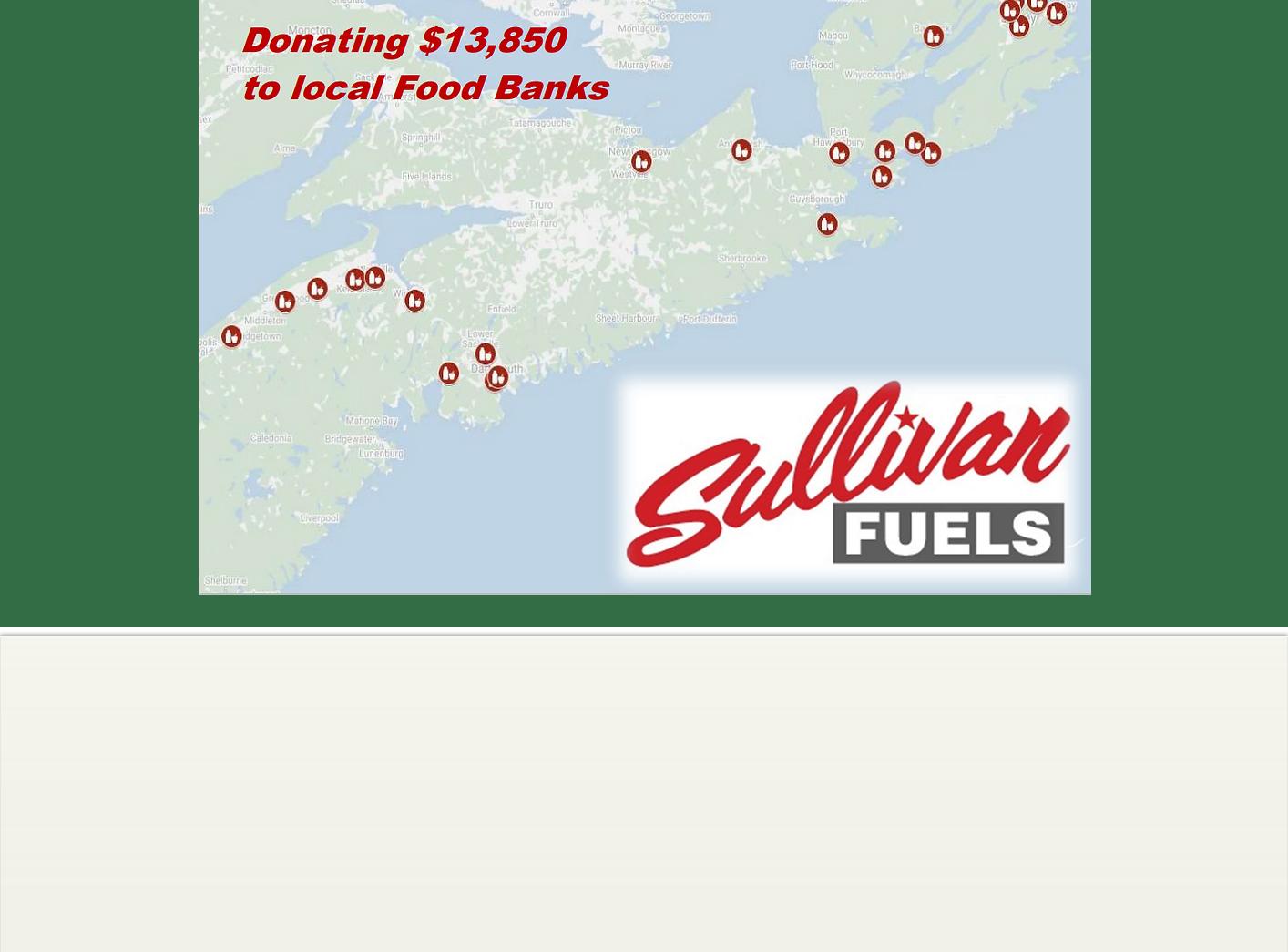 The width and height of the screenshot is (1288, 952). Describe the element at coordinates (927, 742) in the screenshot. I see `'info@cozyfuels.com'` at that location.